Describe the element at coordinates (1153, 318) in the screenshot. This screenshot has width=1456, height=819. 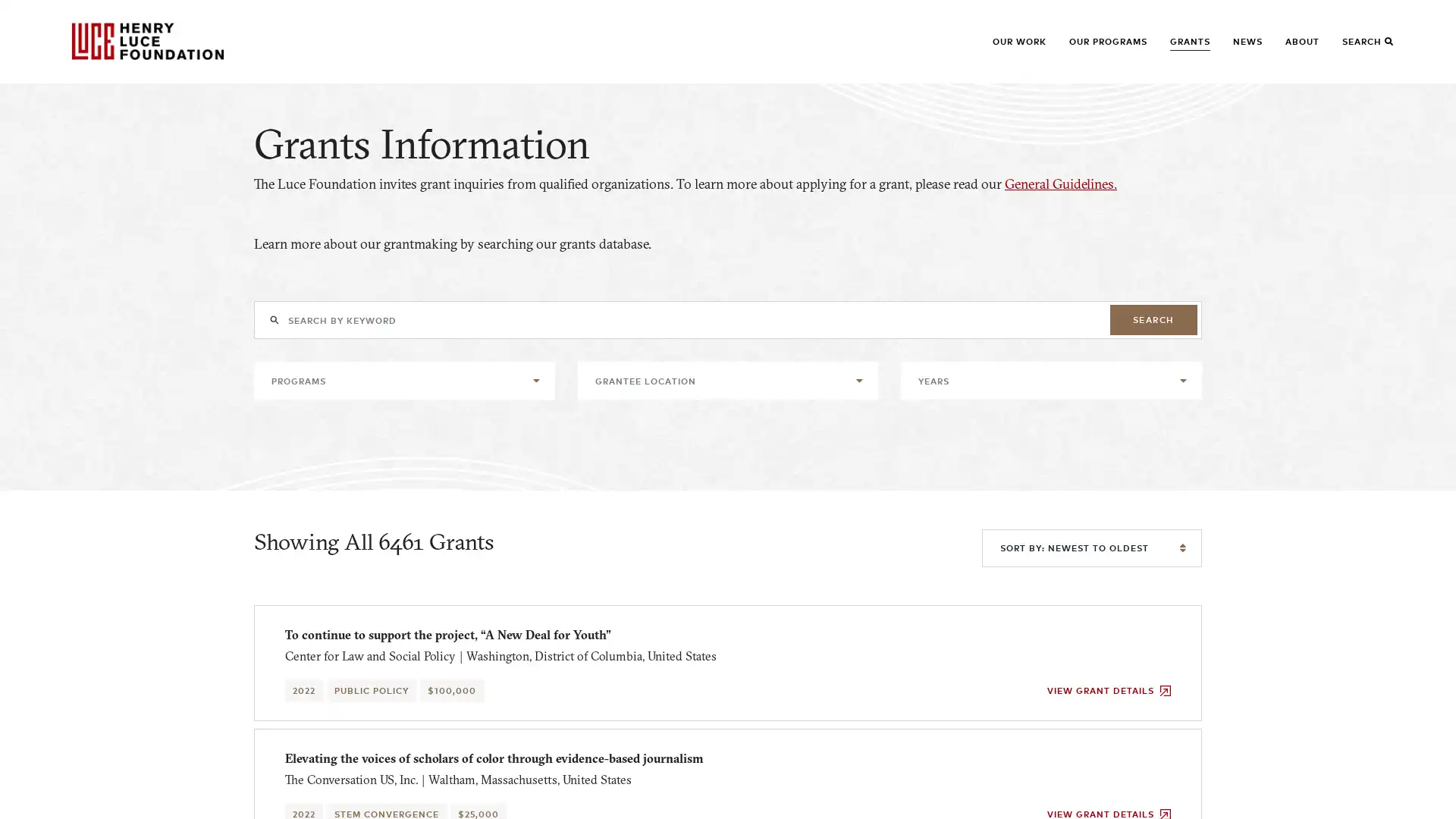
I see `SEARCH` at that location.